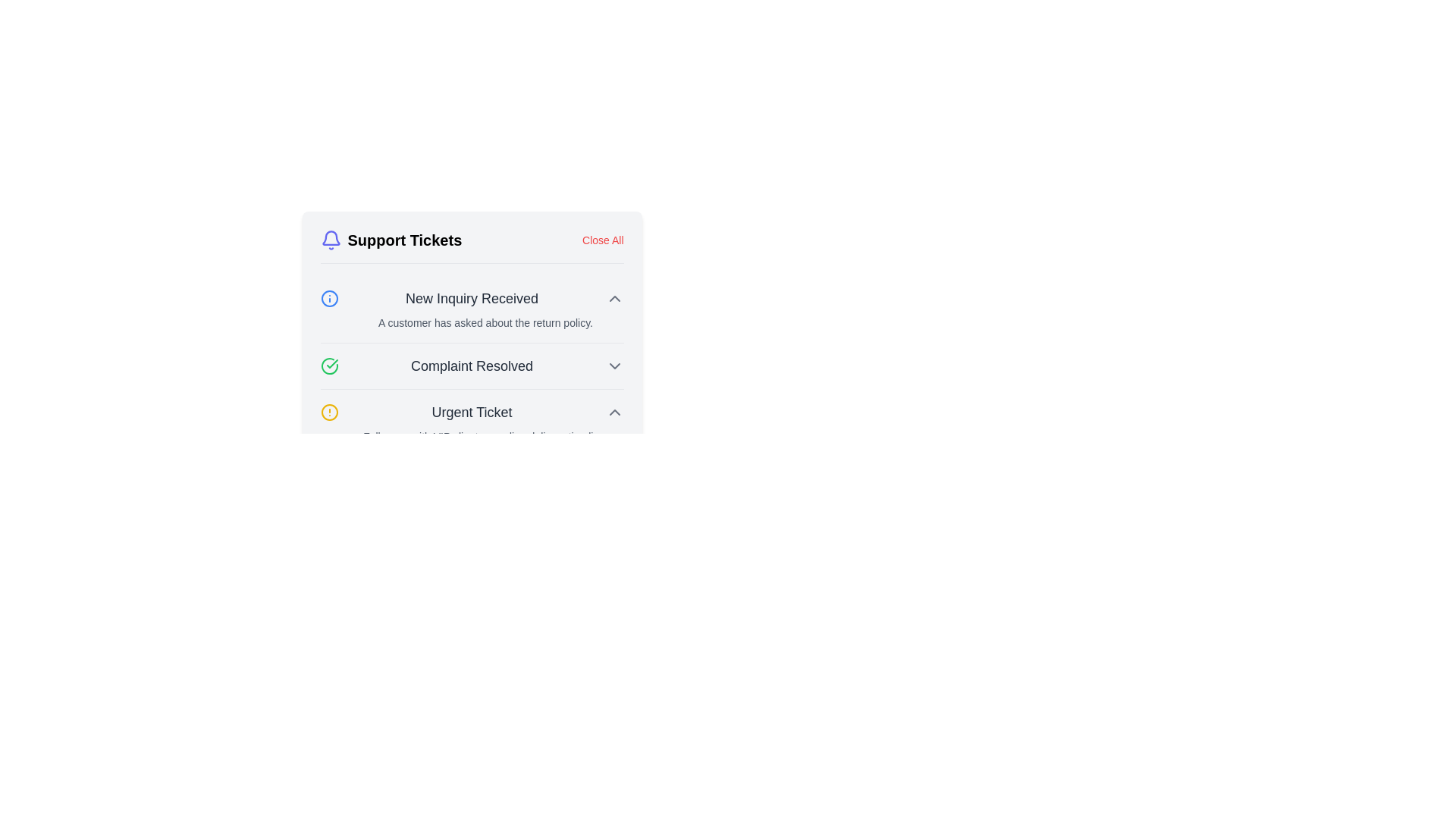 This screenshot has width=1456, height=819. I want to click on the expandable list item representing a notification for a newly received inquiry under the 'Support Tickets' heading, so click(471, 298).